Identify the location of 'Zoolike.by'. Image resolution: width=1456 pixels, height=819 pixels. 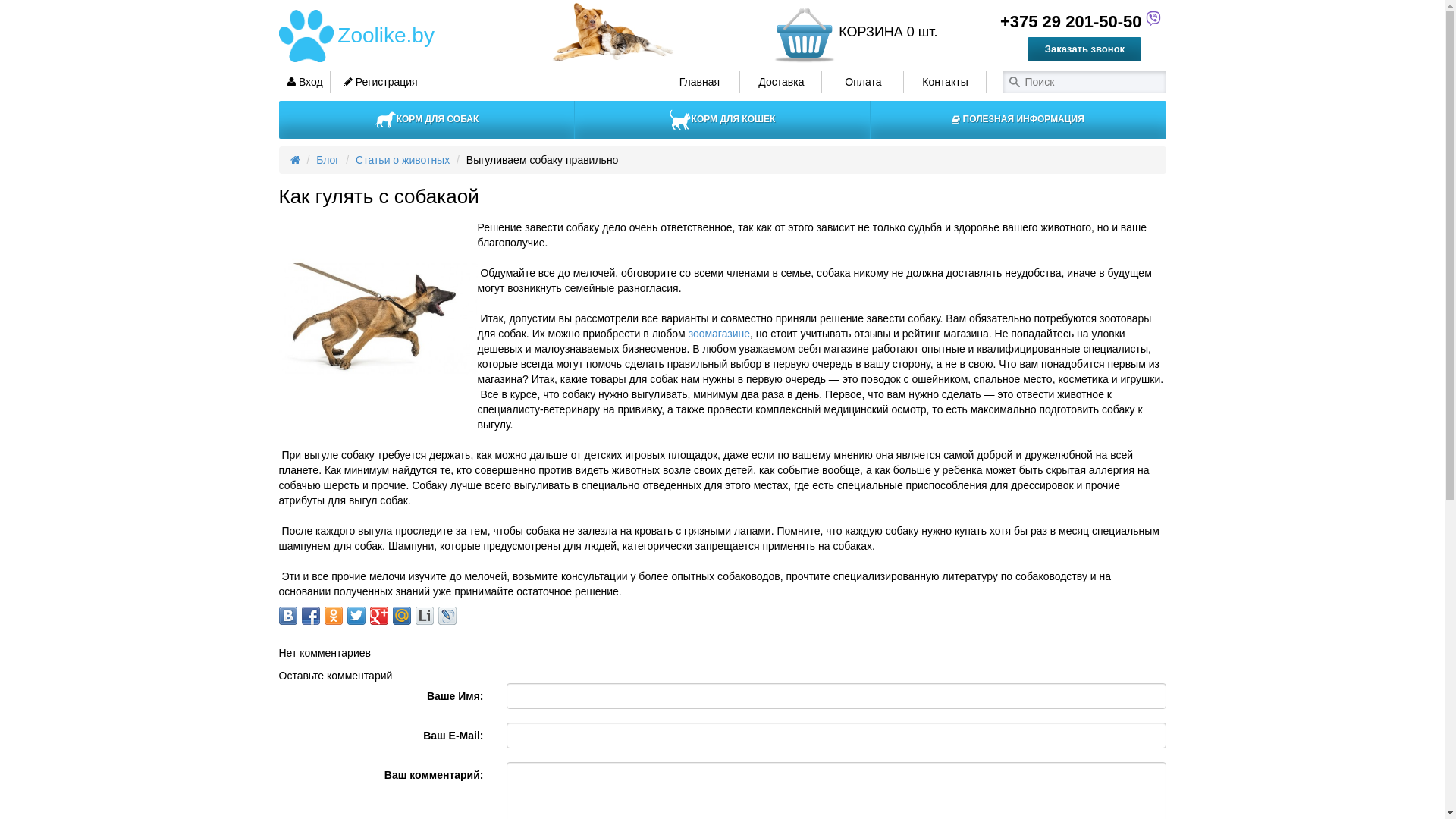
(384, 34).